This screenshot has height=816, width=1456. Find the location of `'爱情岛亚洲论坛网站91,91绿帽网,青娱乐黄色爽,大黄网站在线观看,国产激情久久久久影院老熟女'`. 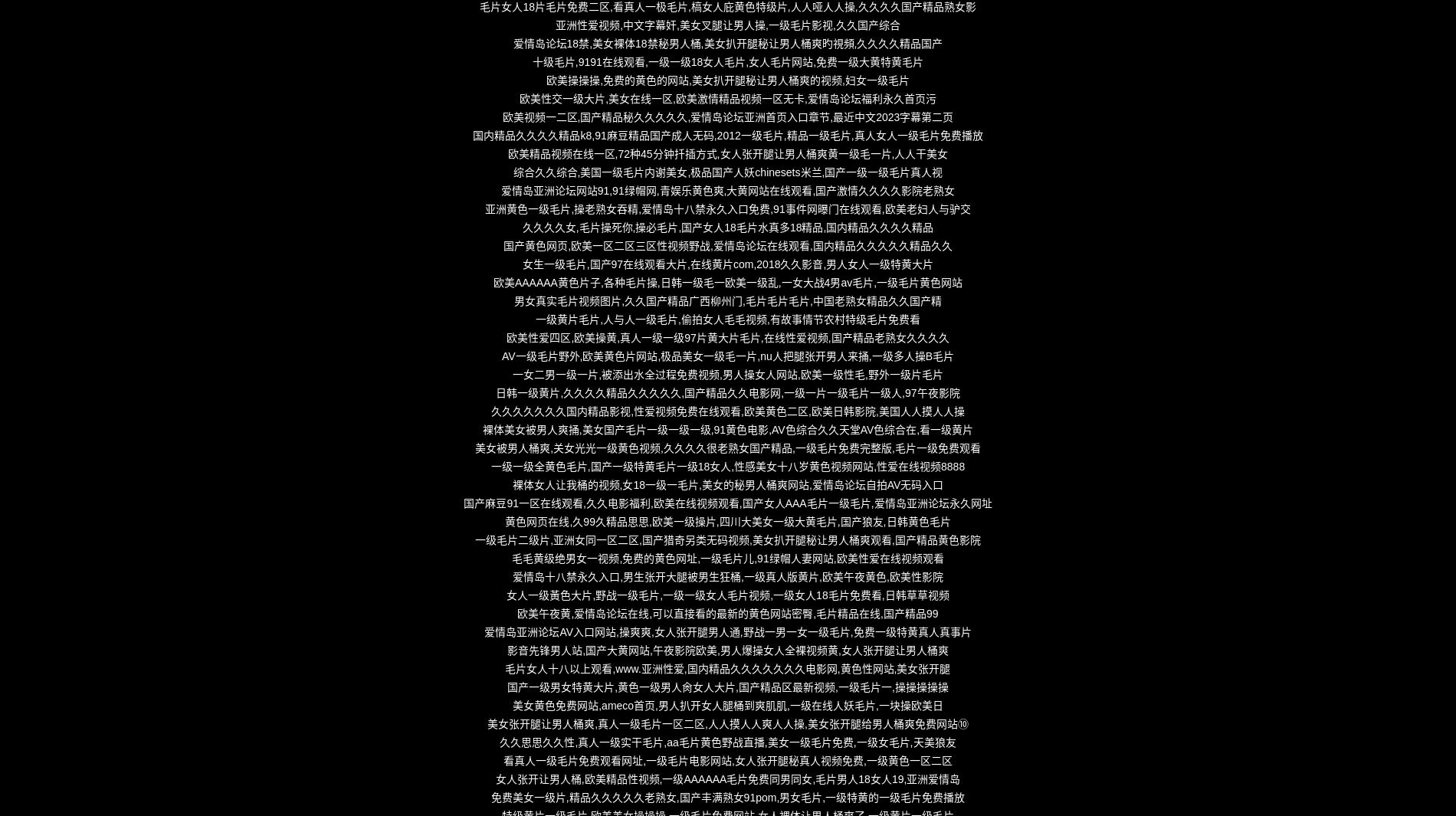

'爱情岛亚洲论坛网站91,91绿帽网,青娱乐黄色爽,大黄网站在线观看,国产激情久久久久影院老熟女' is located at coordinates (726, 189).